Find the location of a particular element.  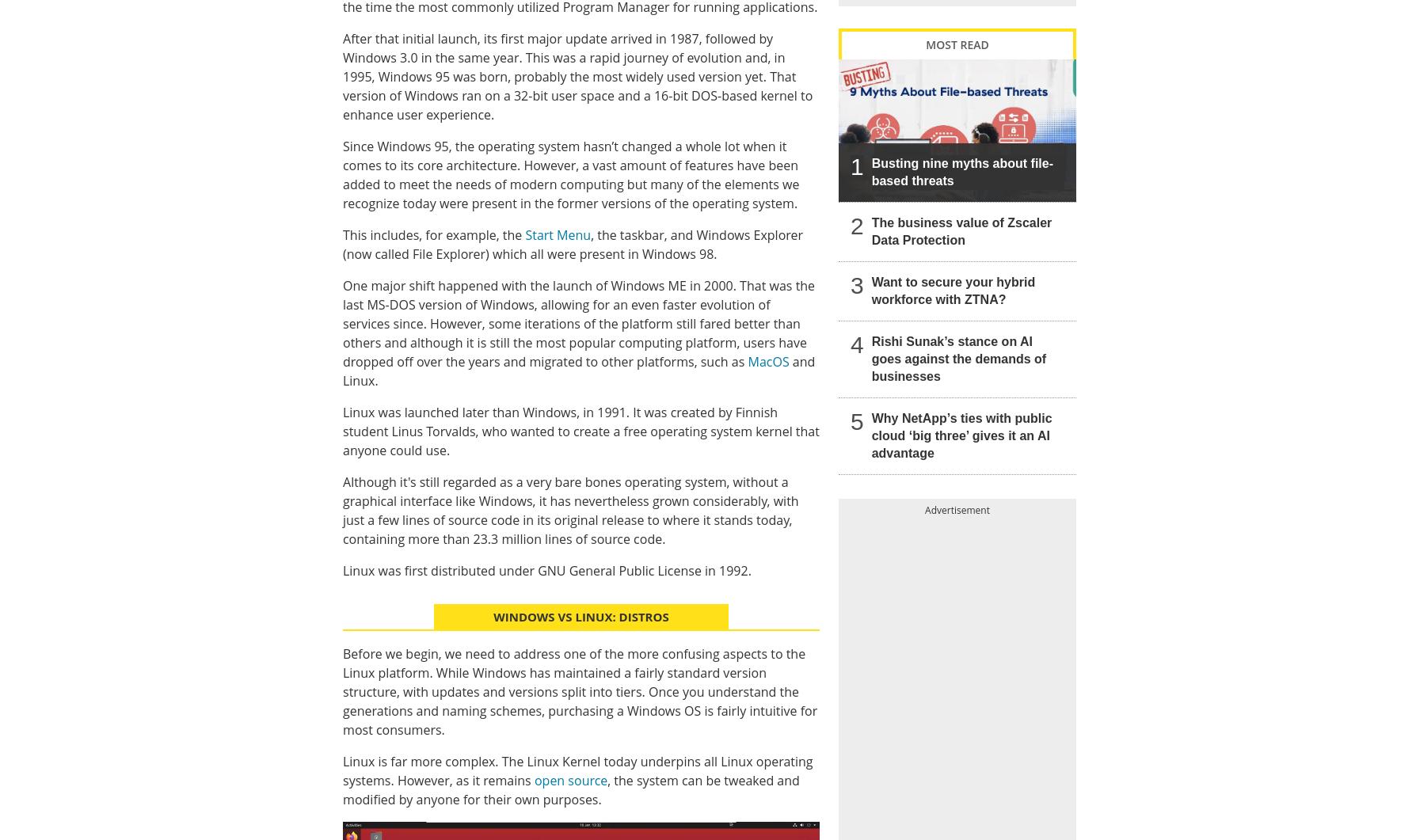

'Linux was launched later than Windows, in 1991. It was created by Finnish student Linus Torvalds, who wanted to create a free operating system kernel that anyone could use.' is located at coordinates (580, 429).